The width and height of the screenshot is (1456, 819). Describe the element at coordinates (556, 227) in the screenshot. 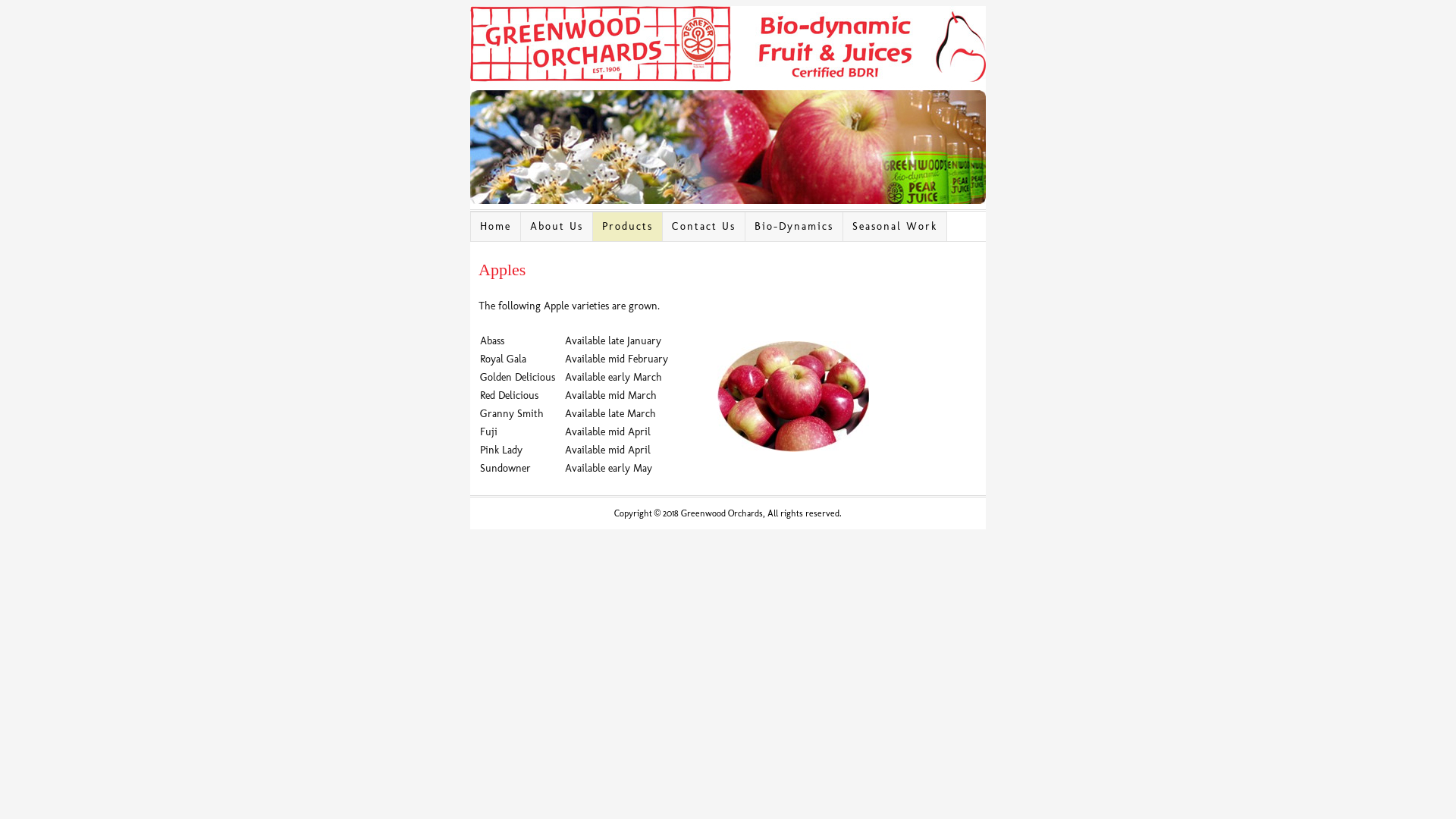

I see `'About Us'` at that location.